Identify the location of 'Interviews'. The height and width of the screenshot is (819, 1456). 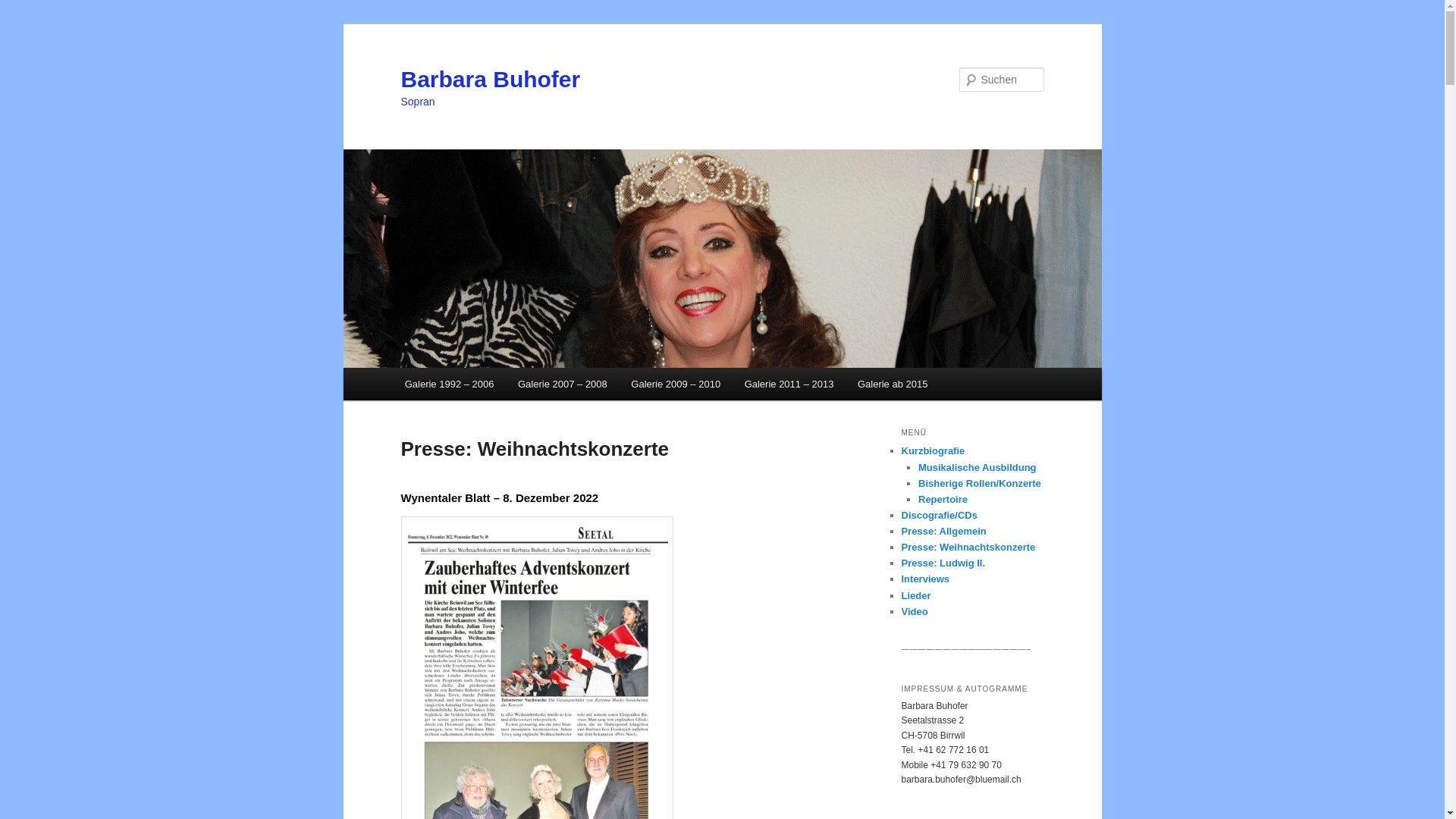
(924, 579).